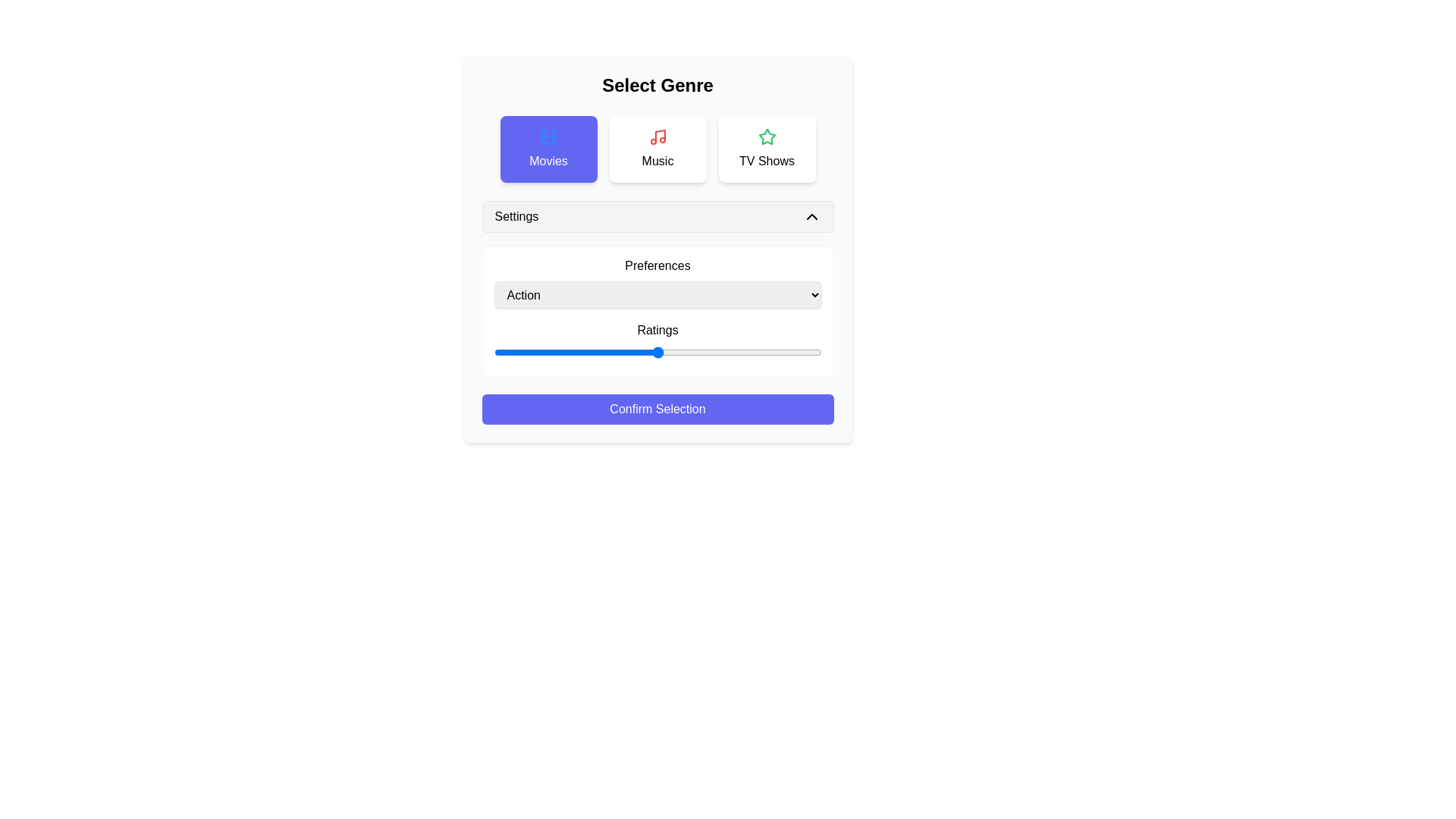 This screenshot has height=819, width=1456. What do you see at coordinates (657, 85) in the screenshot?
I see `the Text Header element that serves as a non-interactive title for the section introducing genre selection` at bounding box center [657, 85].